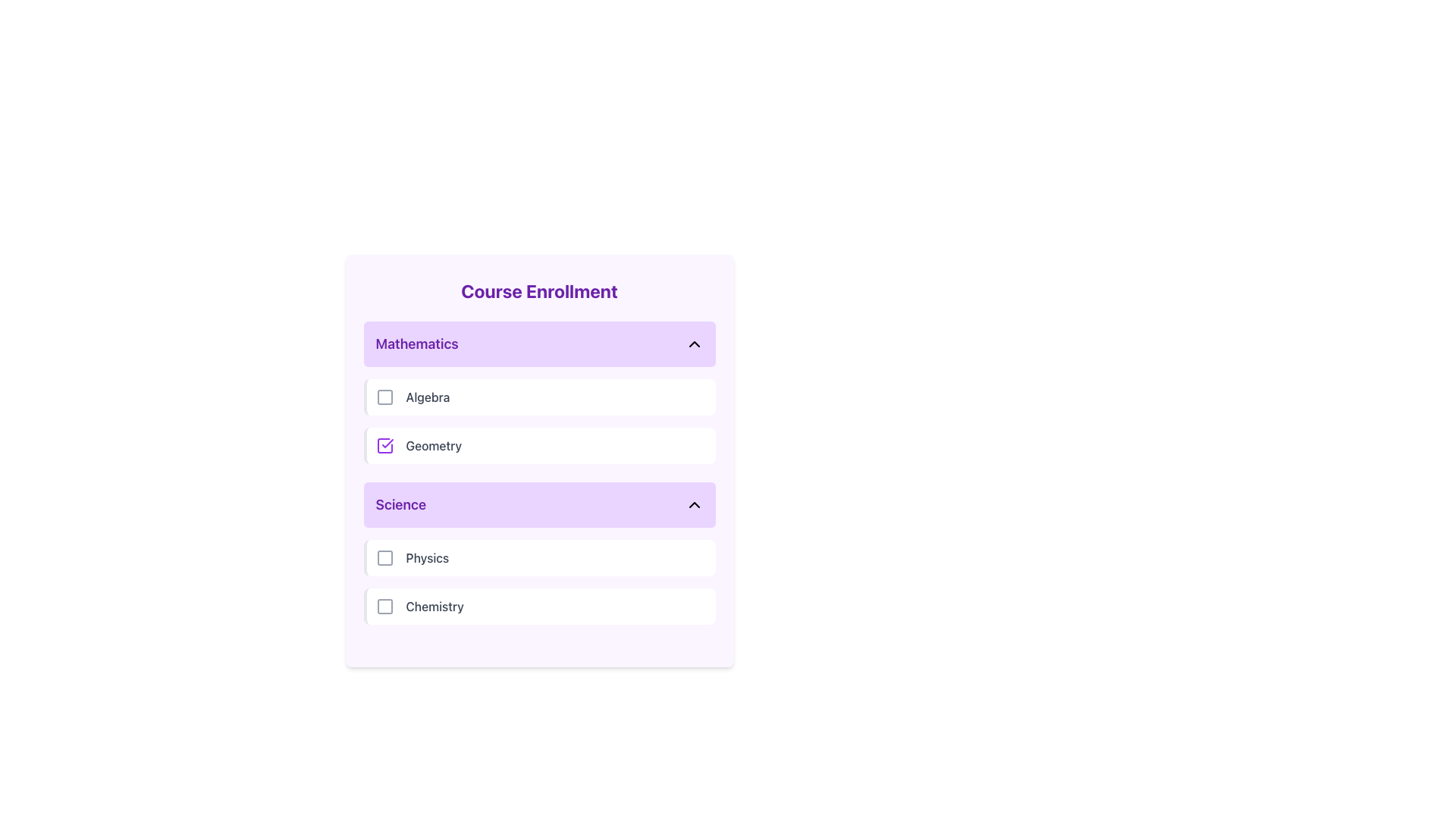 The width and height of the screenshot is (1456, 819). What do you see at coordinates (693, 344) in the screenshot?
I see `the upward-pointing chevron icon in the top-right corner of the 'Mathematics' header` at bounding box center [693, 344].